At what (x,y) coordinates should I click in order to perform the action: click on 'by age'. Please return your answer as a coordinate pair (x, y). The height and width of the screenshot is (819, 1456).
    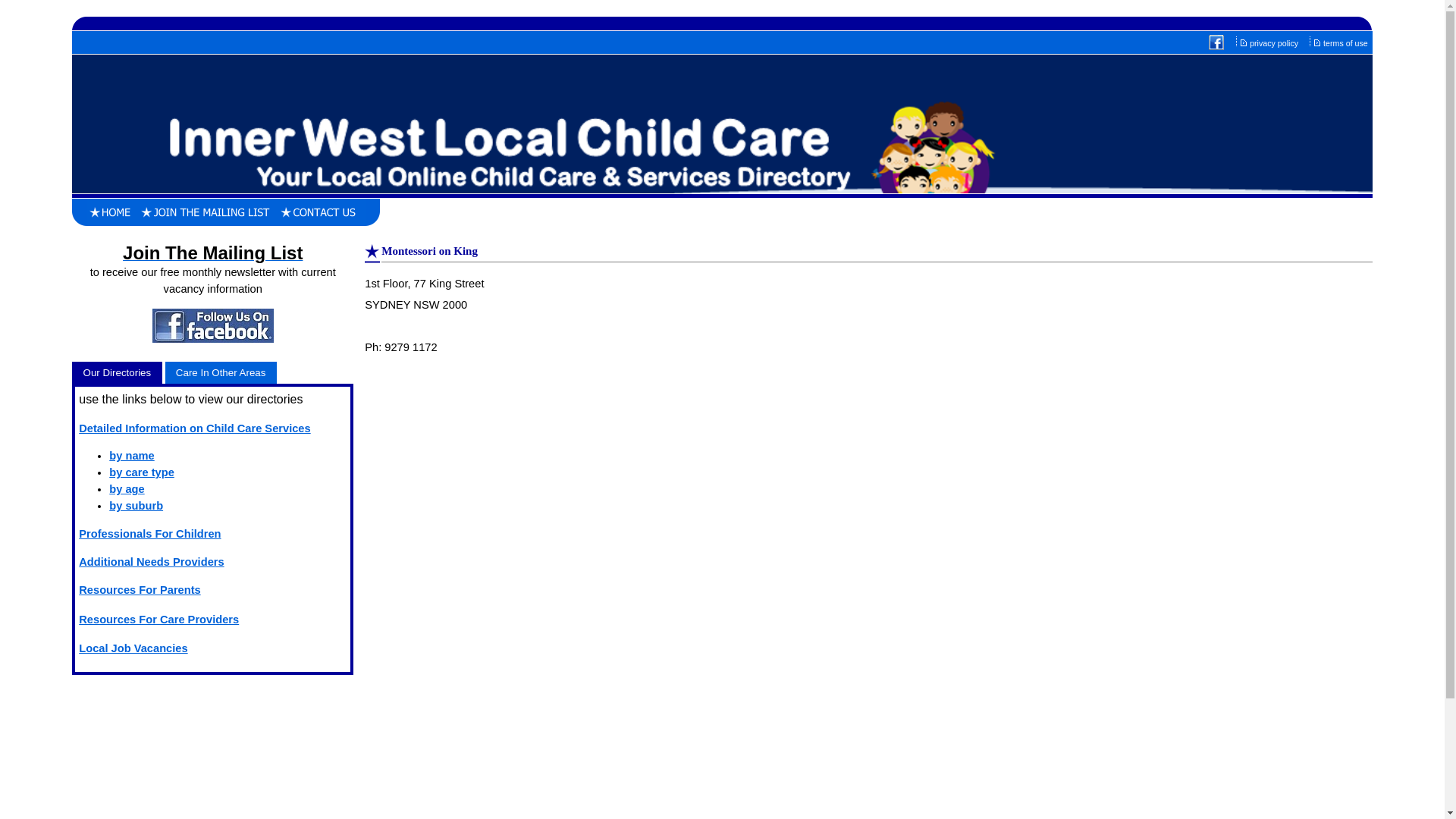
    Looking at the image, I should click on (108, 488).